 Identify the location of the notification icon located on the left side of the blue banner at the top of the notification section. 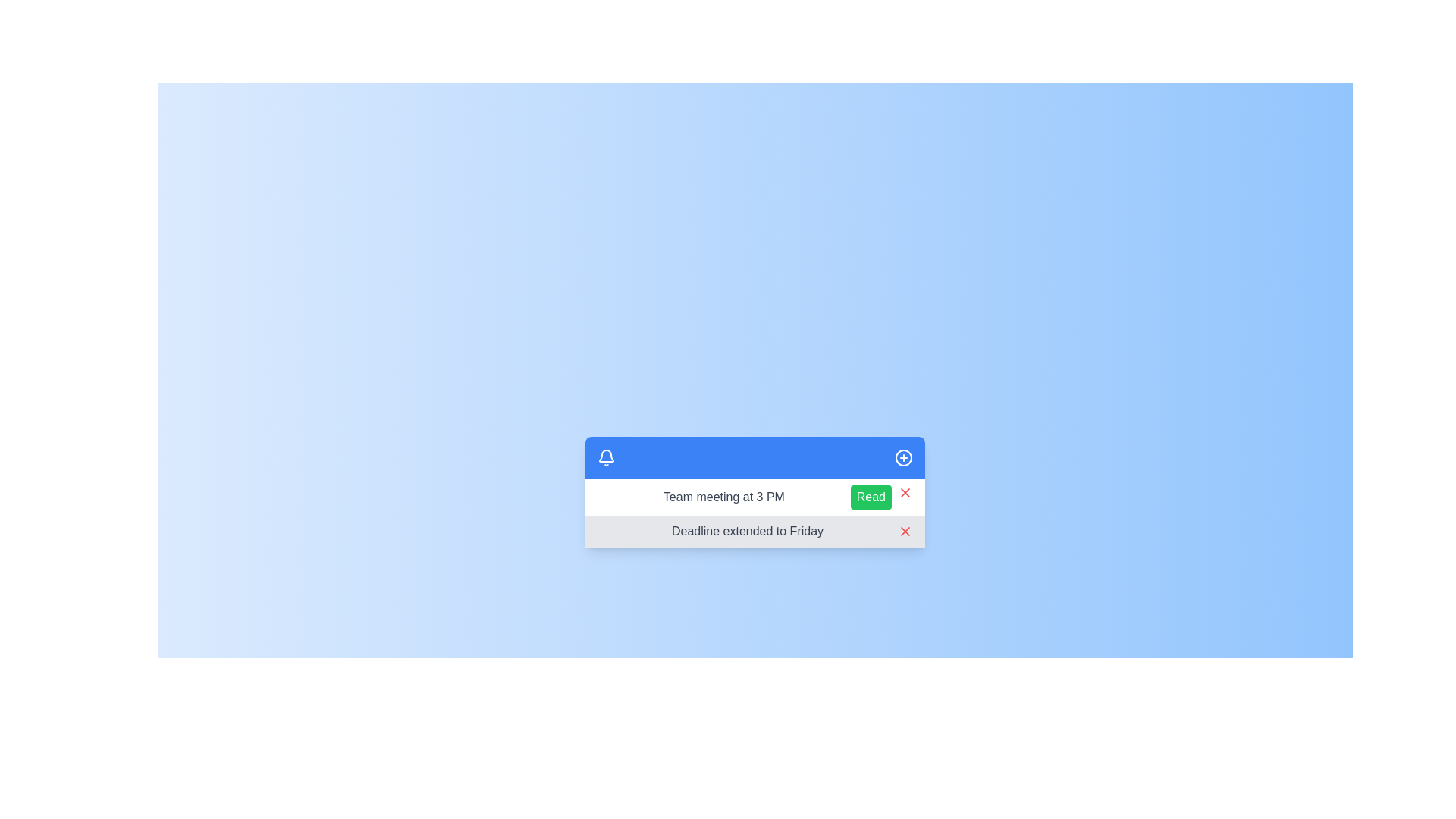
(607, 457).